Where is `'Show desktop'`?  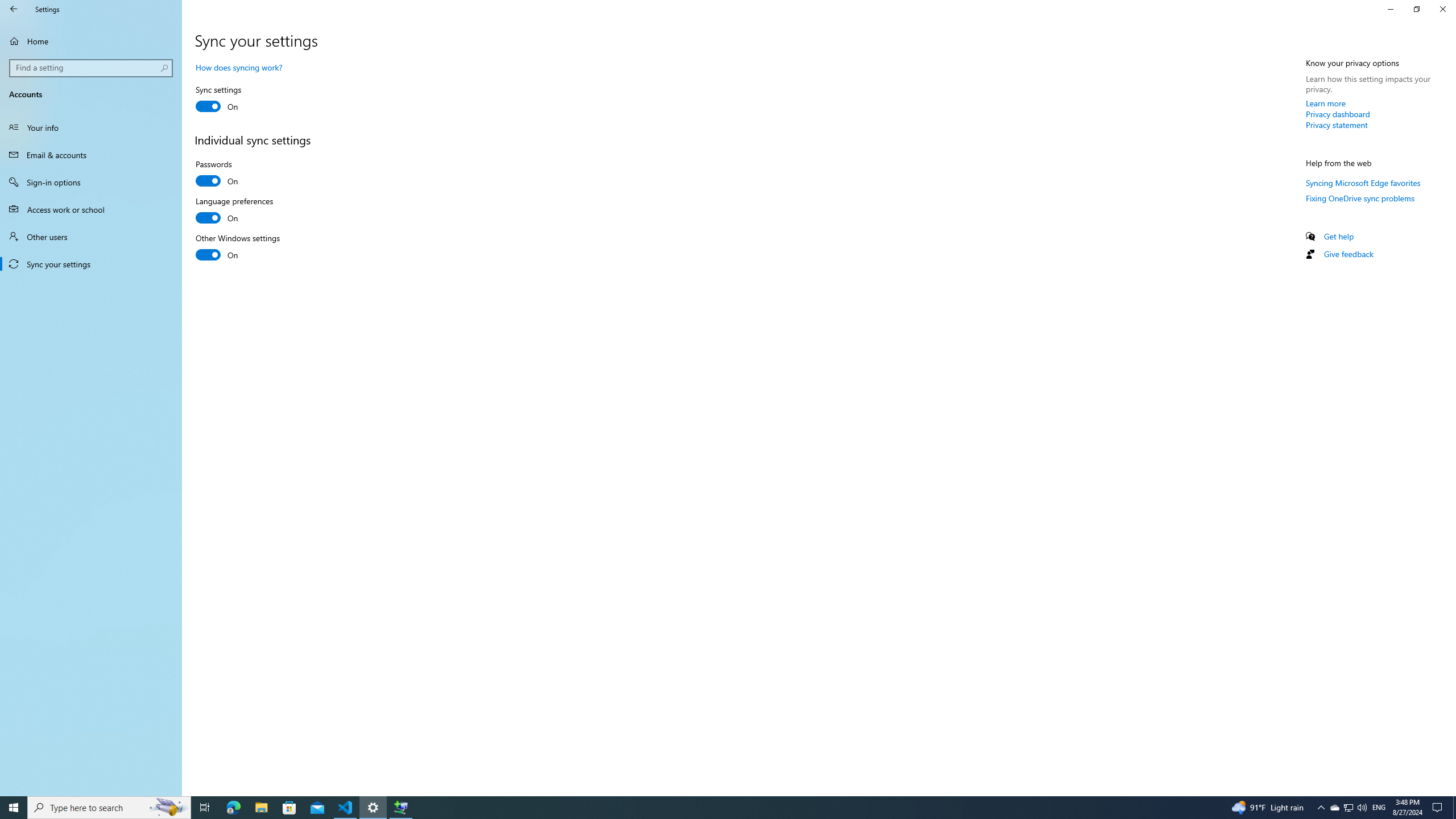
'Show desktop' is located at coordinates (1454, 806).